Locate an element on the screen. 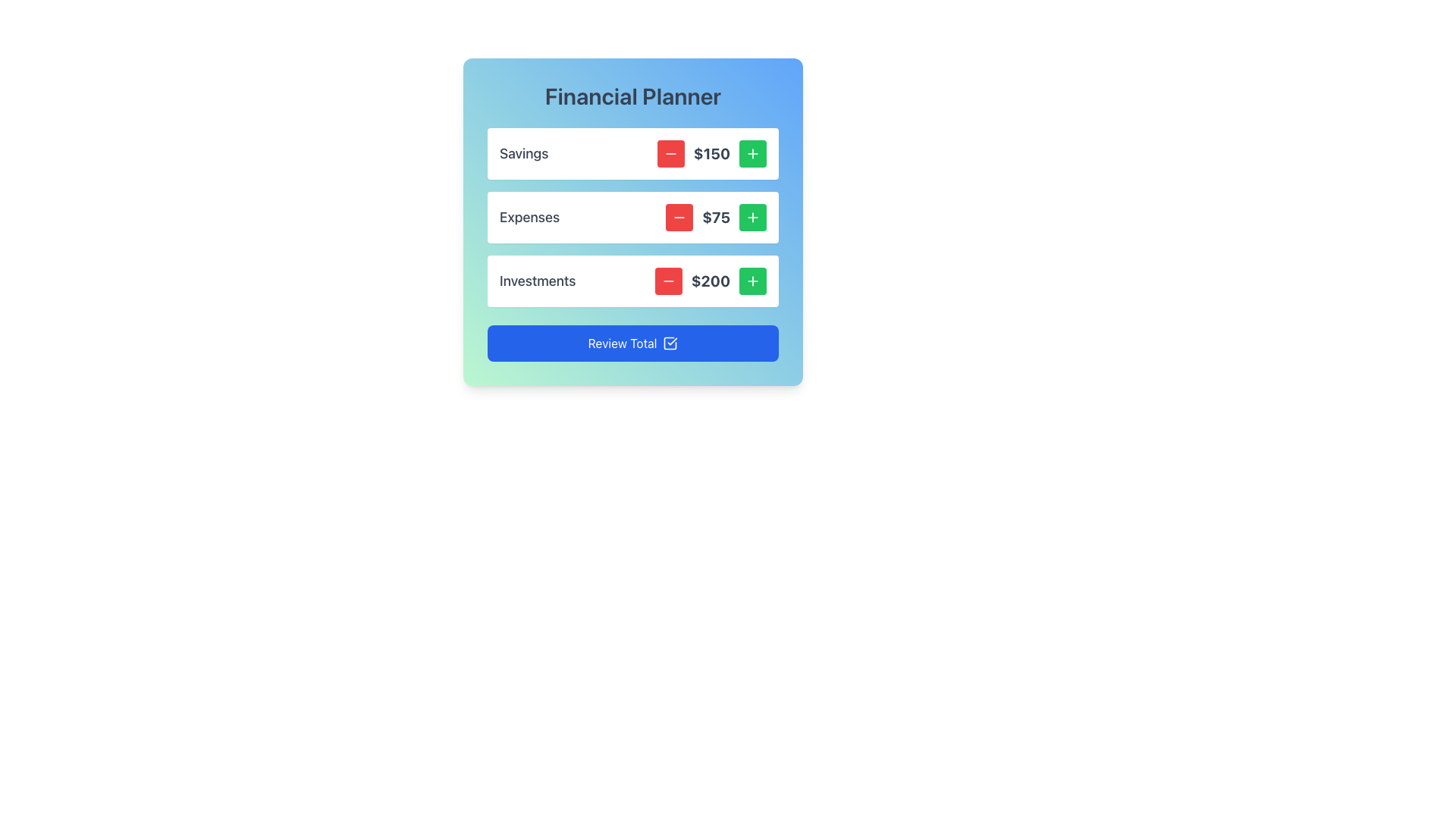 The image size is (1456, 819). the icon button with a minus symbol, which is a small square button with a red background located to the left of the value '$75' in the 'Expenses' section, to decrement the value is located at coordinates (679, 217).